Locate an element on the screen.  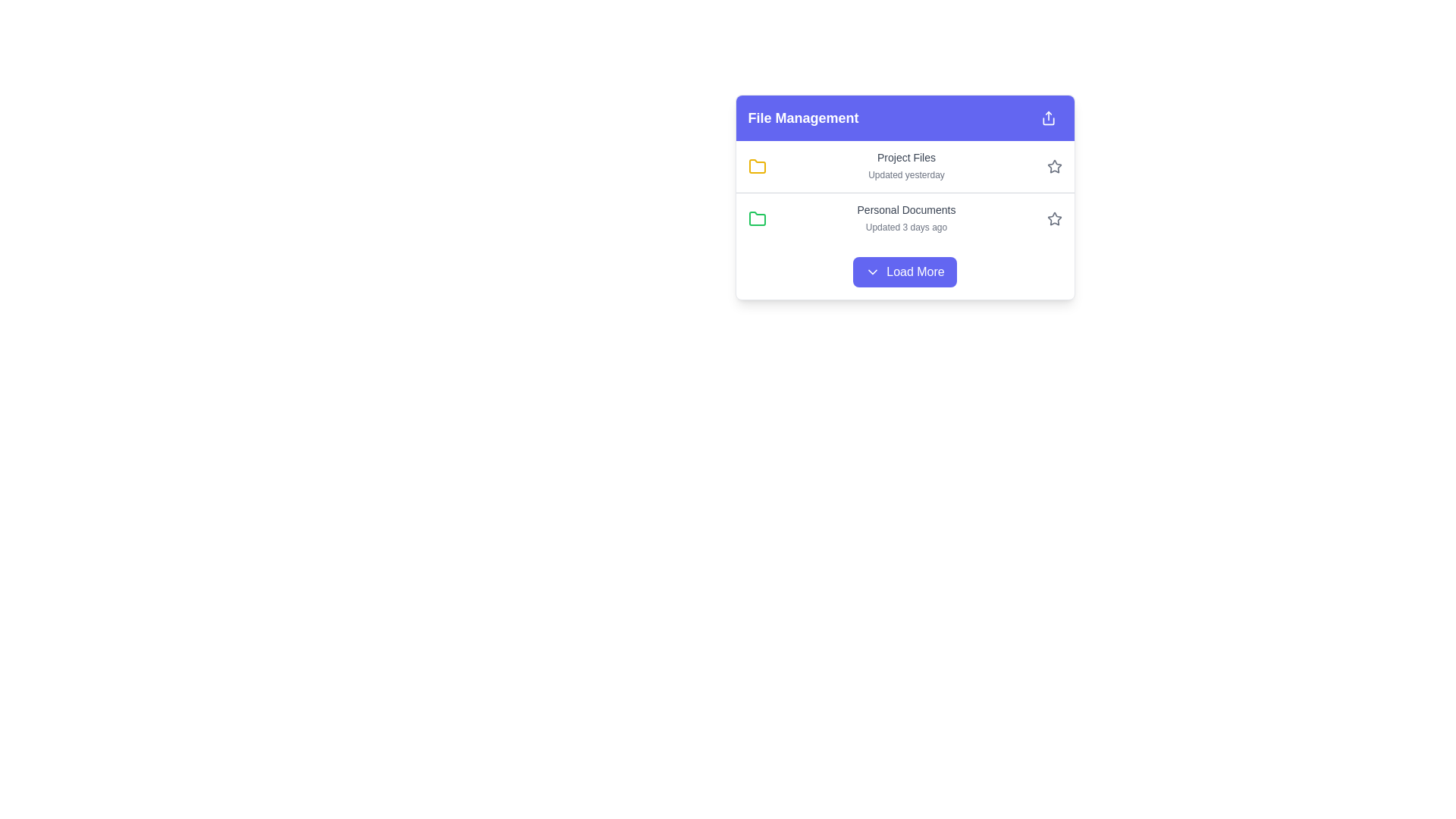
the button located at the bottom center of the 'File Management' card is located at coordinates (905, 271).